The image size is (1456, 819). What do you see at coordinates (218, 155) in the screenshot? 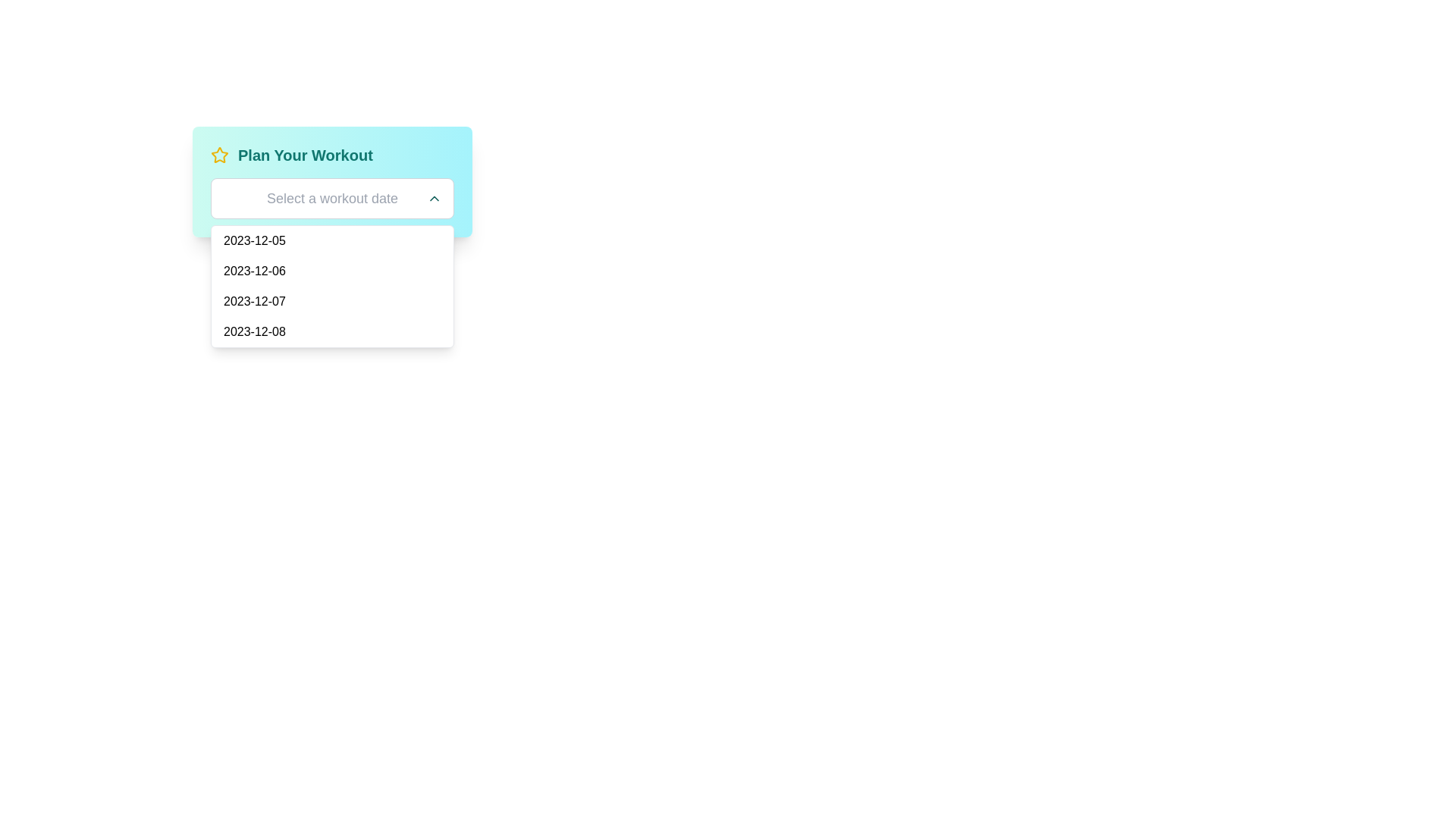
I see `the star icon, which is a yellow stroke-based outline style icon located to the left of the text 'Plan Your Workout'` at bounding box center [218, 155].